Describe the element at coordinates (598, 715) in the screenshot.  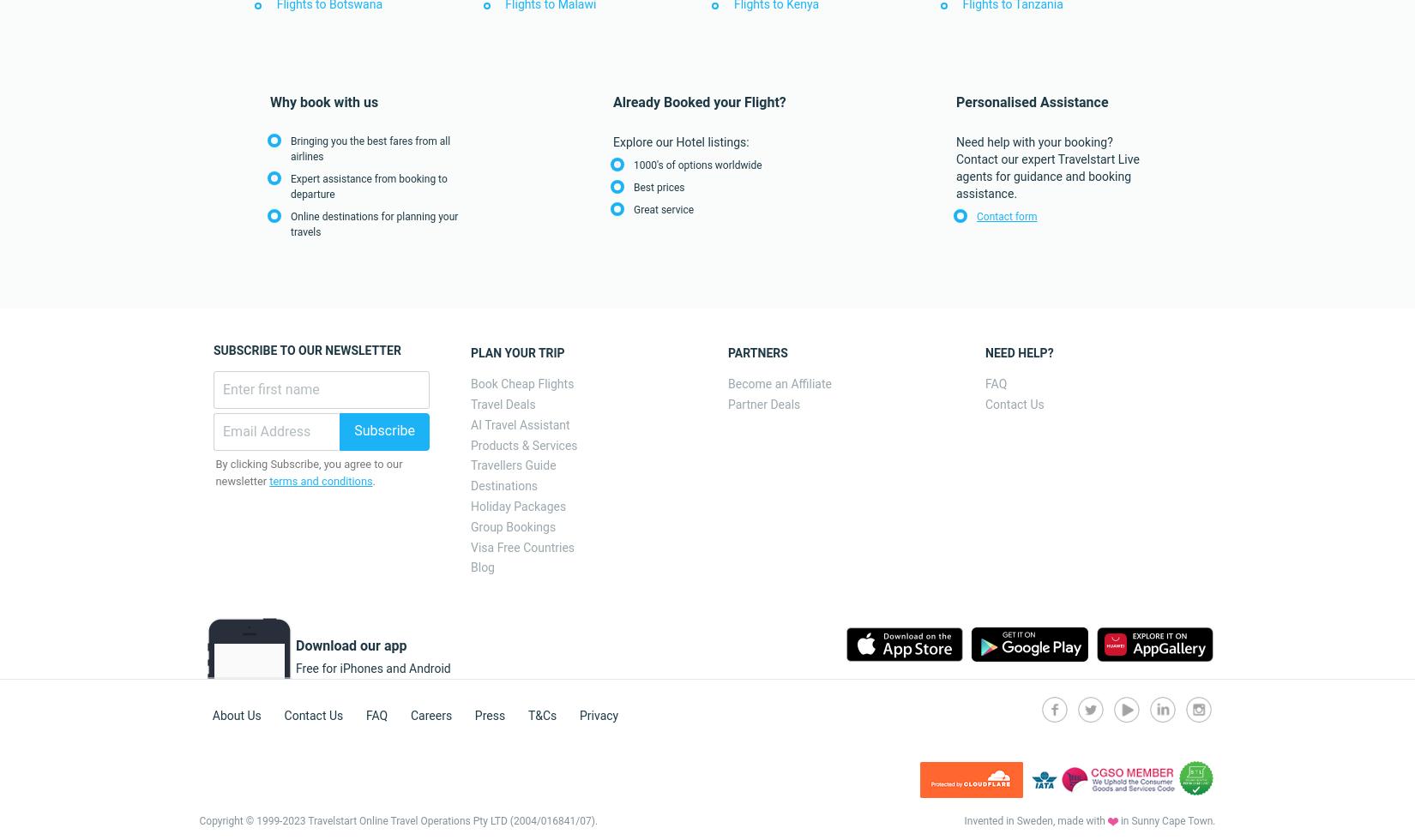
I see `'Privacy'` at that location.